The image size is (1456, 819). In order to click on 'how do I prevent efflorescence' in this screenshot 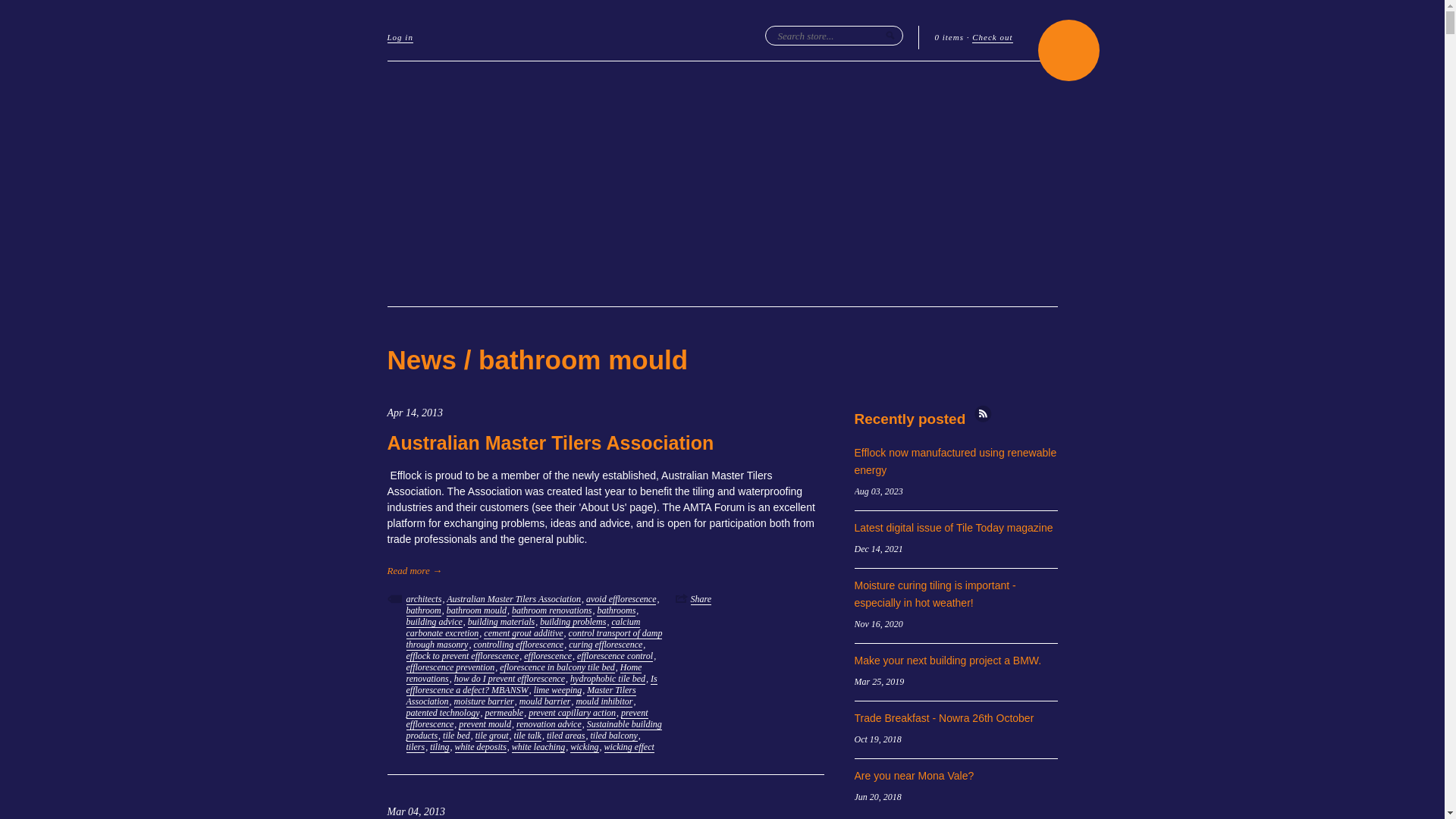, I will do `click(453, 678)`.